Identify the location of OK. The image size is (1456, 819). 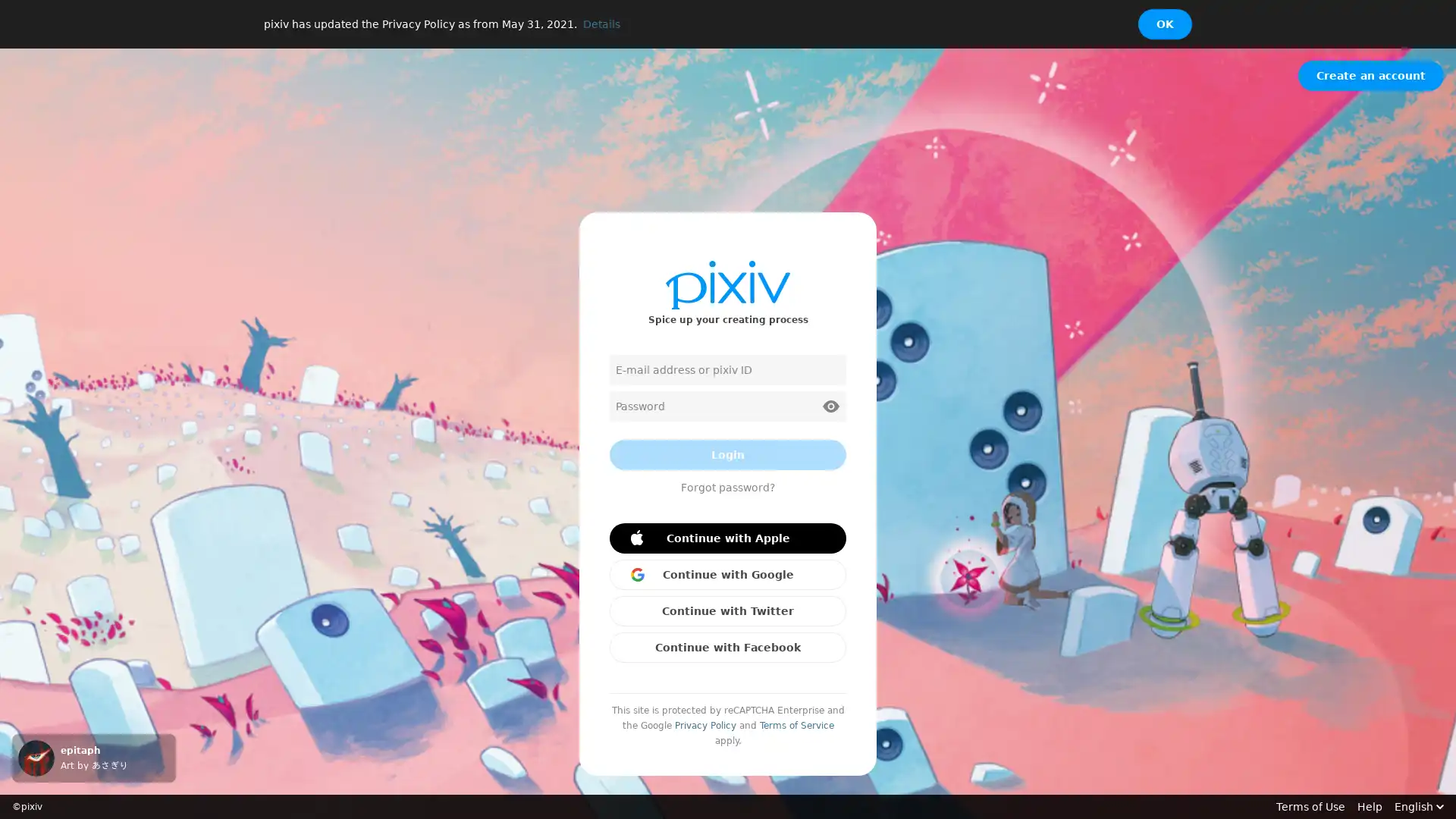
(1164, 24).